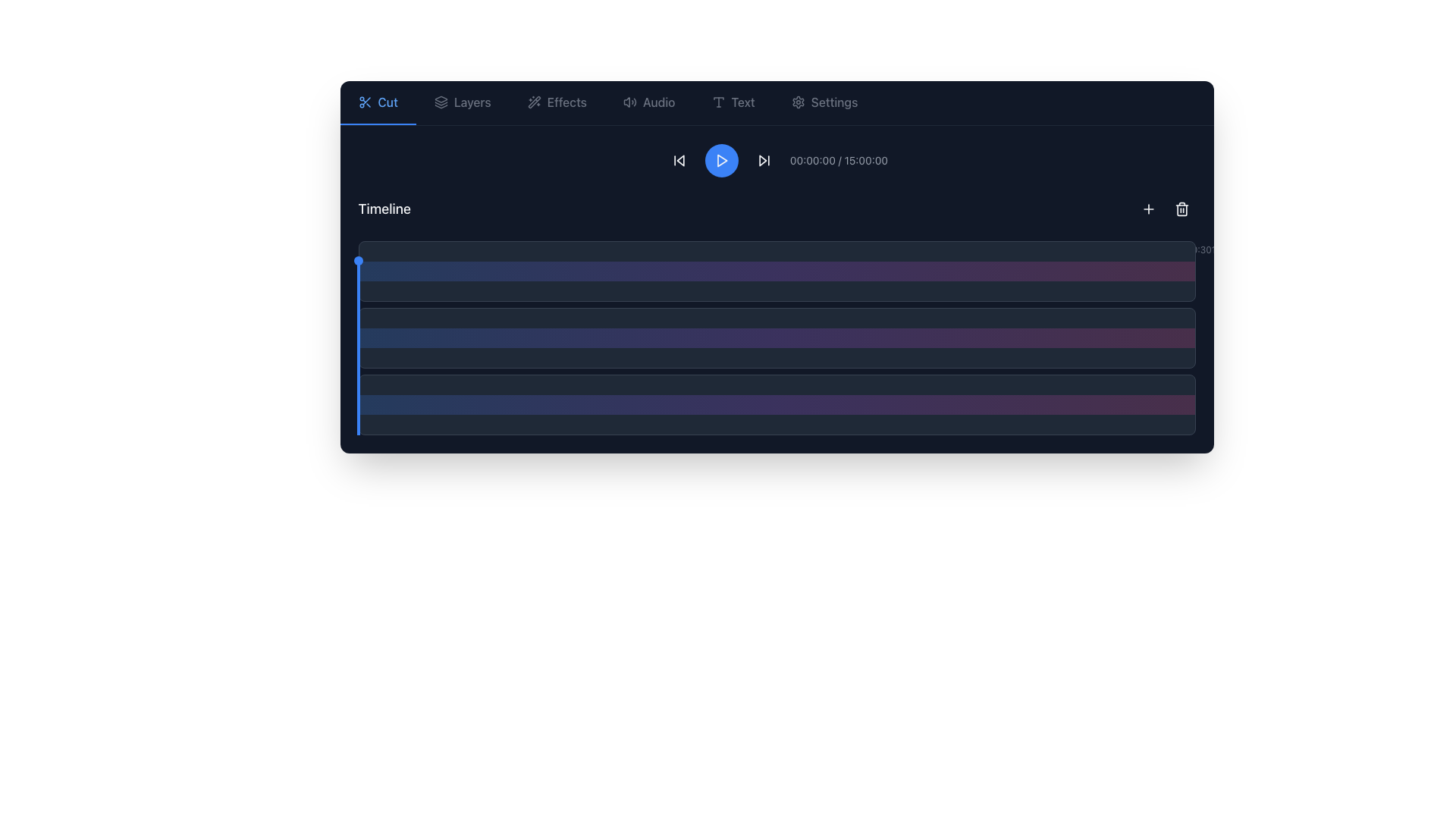 The width and height of the screenshot is (1456, 819). What do you see at coordinates (462, 102) in the screenshot?
I see `the button labeled 'Layers' with a dark background and light gray text` at bounding box center [462, 102].